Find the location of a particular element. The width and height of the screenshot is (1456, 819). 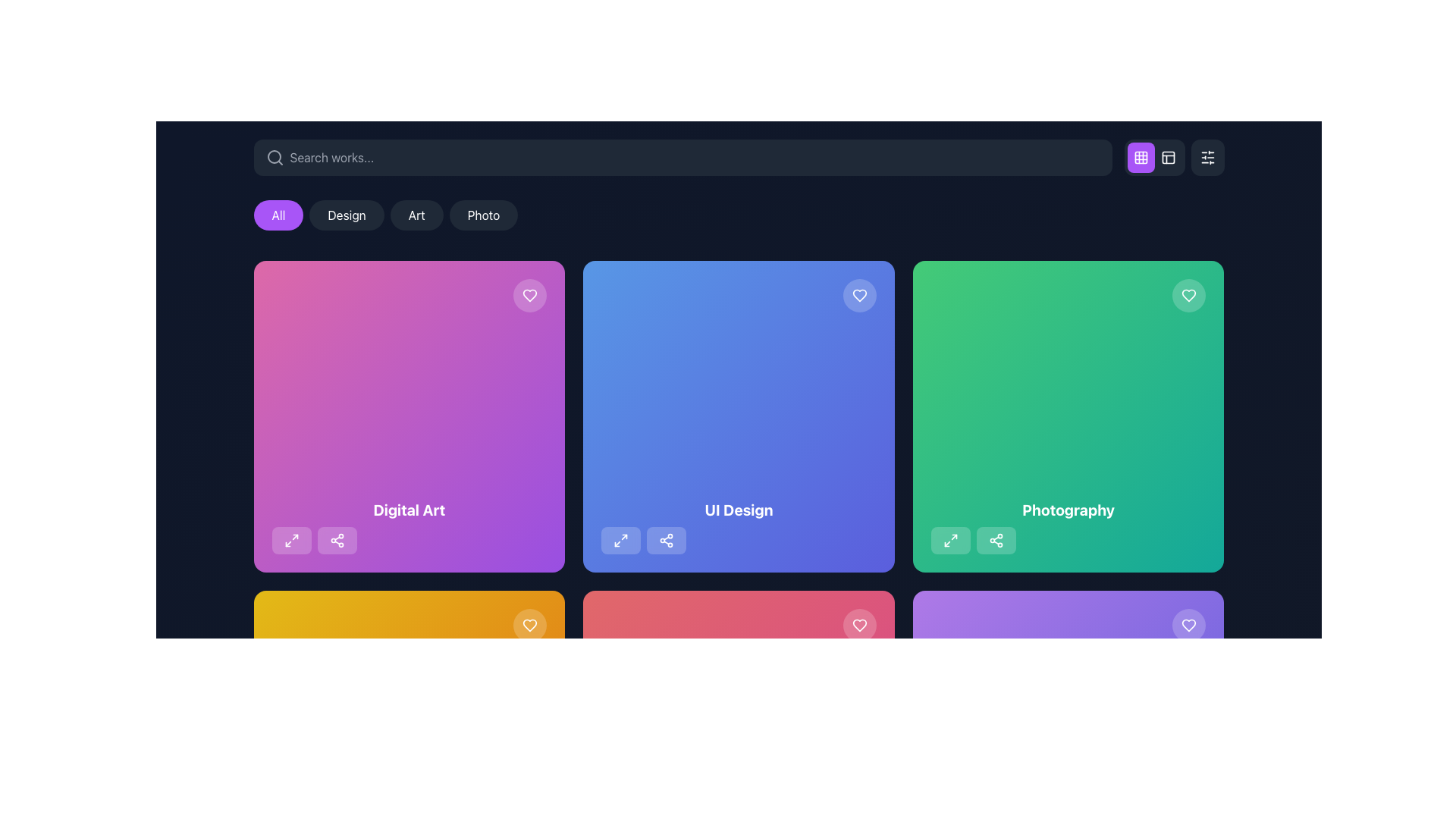

the grid layout toggle button located in the top-right area of the interface, which is the first button in its group is located at coordinates (1141, 158).